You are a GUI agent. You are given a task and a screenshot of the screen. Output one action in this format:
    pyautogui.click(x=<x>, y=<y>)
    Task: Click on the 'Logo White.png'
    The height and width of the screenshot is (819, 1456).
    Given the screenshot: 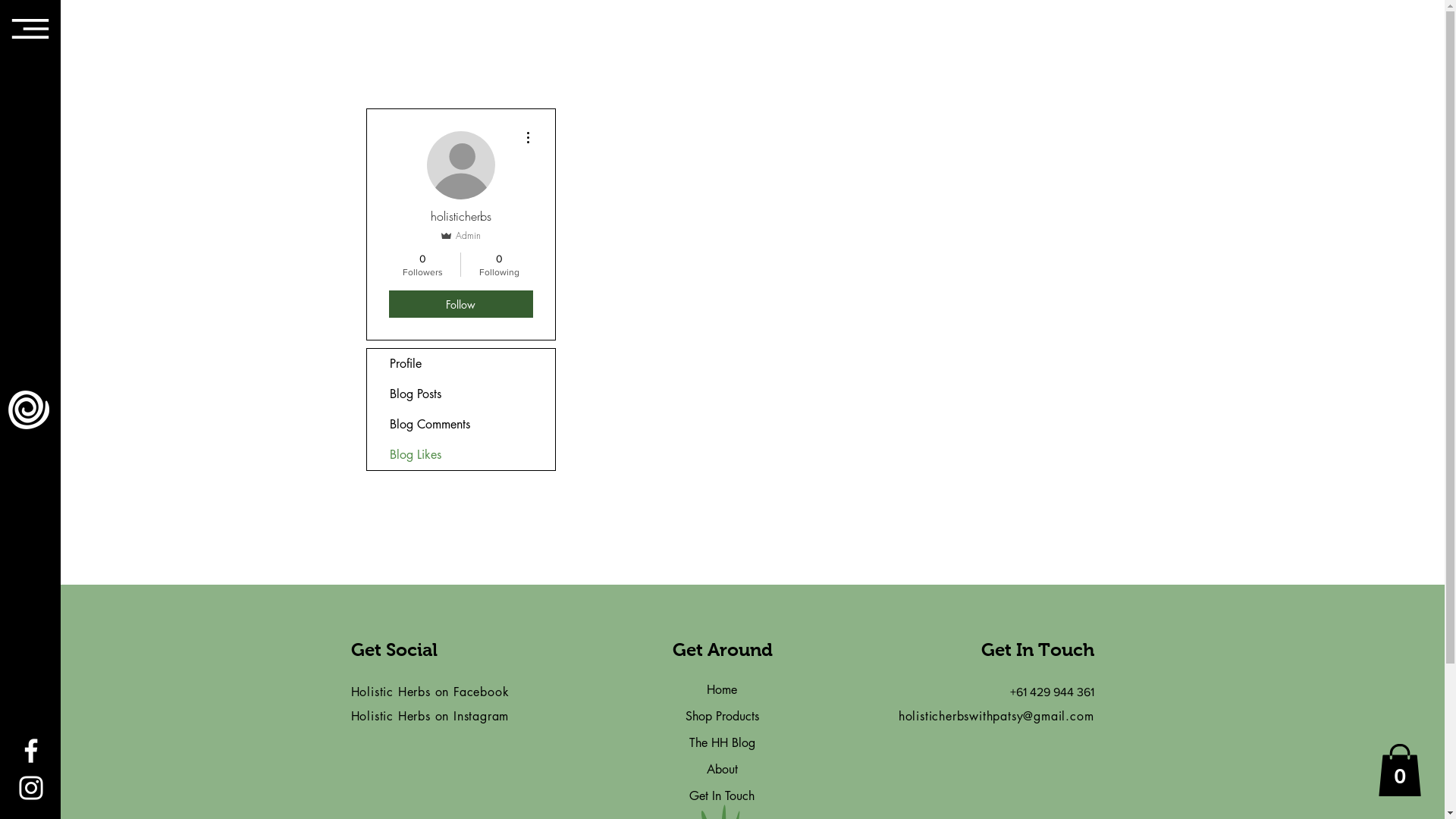 What is the action you would take?
    pyautogui.click(x=29, y=408)
    